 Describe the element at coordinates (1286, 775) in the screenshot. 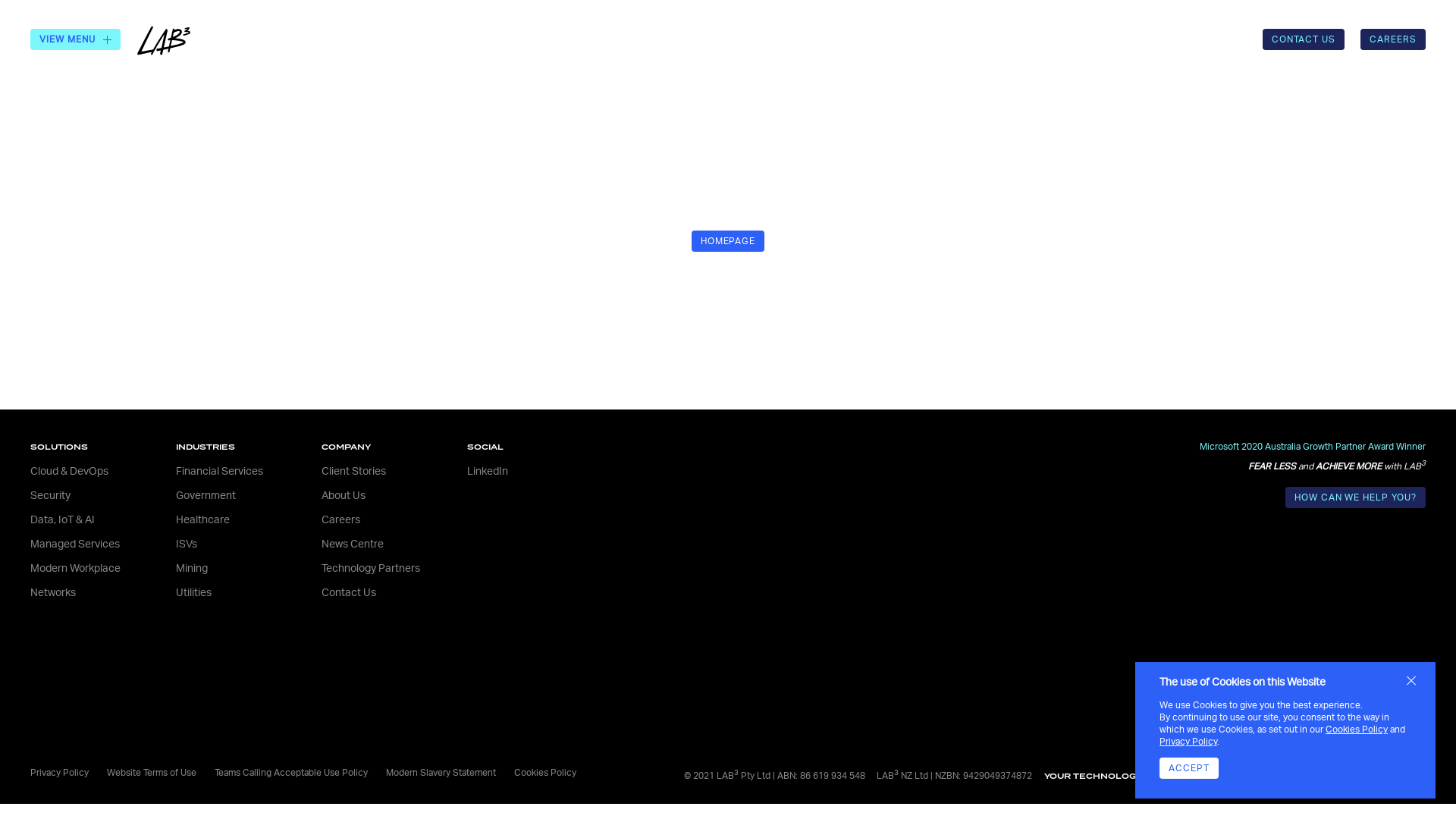

I see `'Digital Agency Melbourne'` at that location.